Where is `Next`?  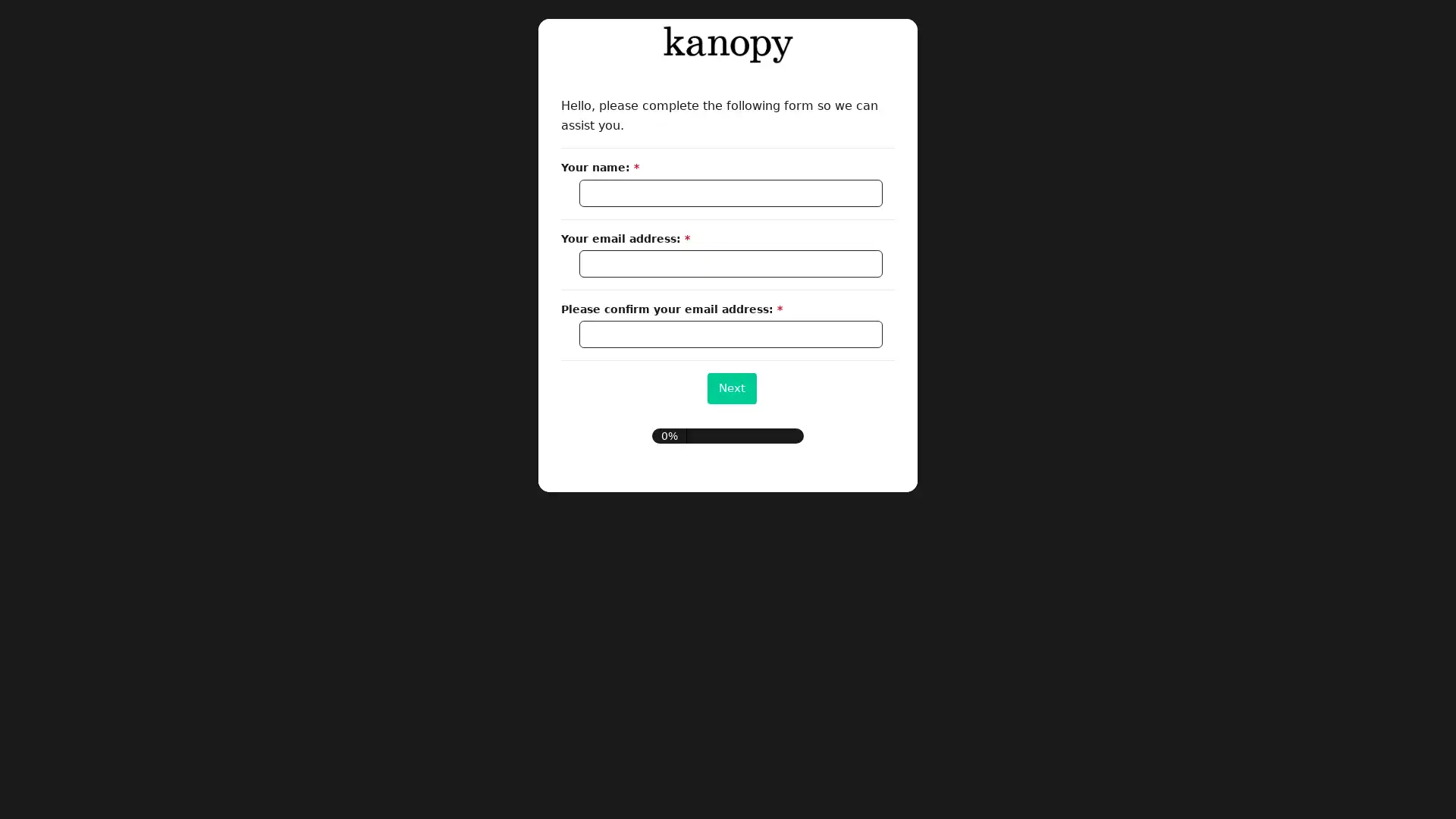
Next is located at coordinates (731, 388).